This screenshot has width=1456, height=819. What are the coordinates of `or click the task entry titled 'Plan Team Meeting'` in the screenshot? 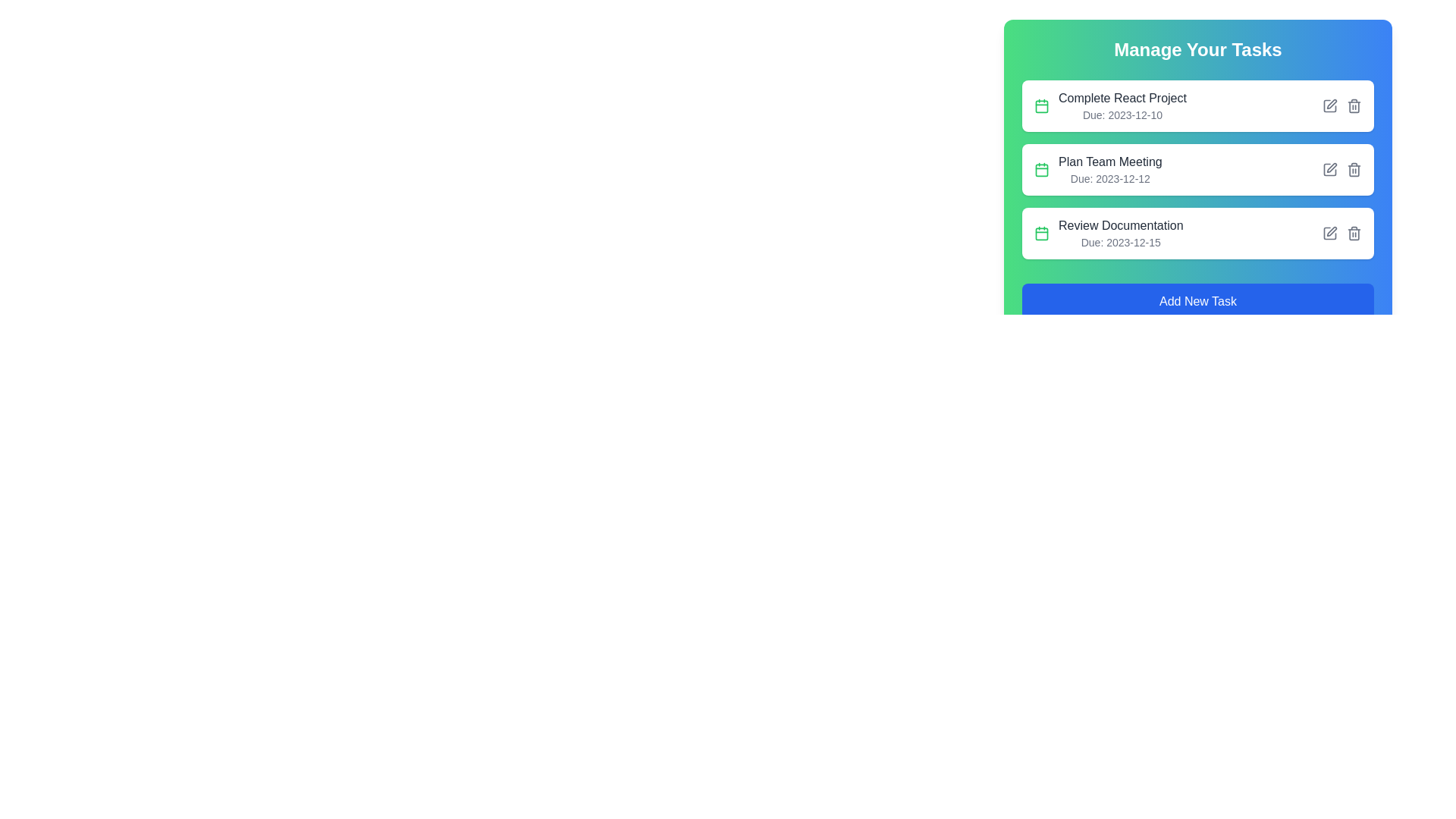 It's located at (1110, 169).